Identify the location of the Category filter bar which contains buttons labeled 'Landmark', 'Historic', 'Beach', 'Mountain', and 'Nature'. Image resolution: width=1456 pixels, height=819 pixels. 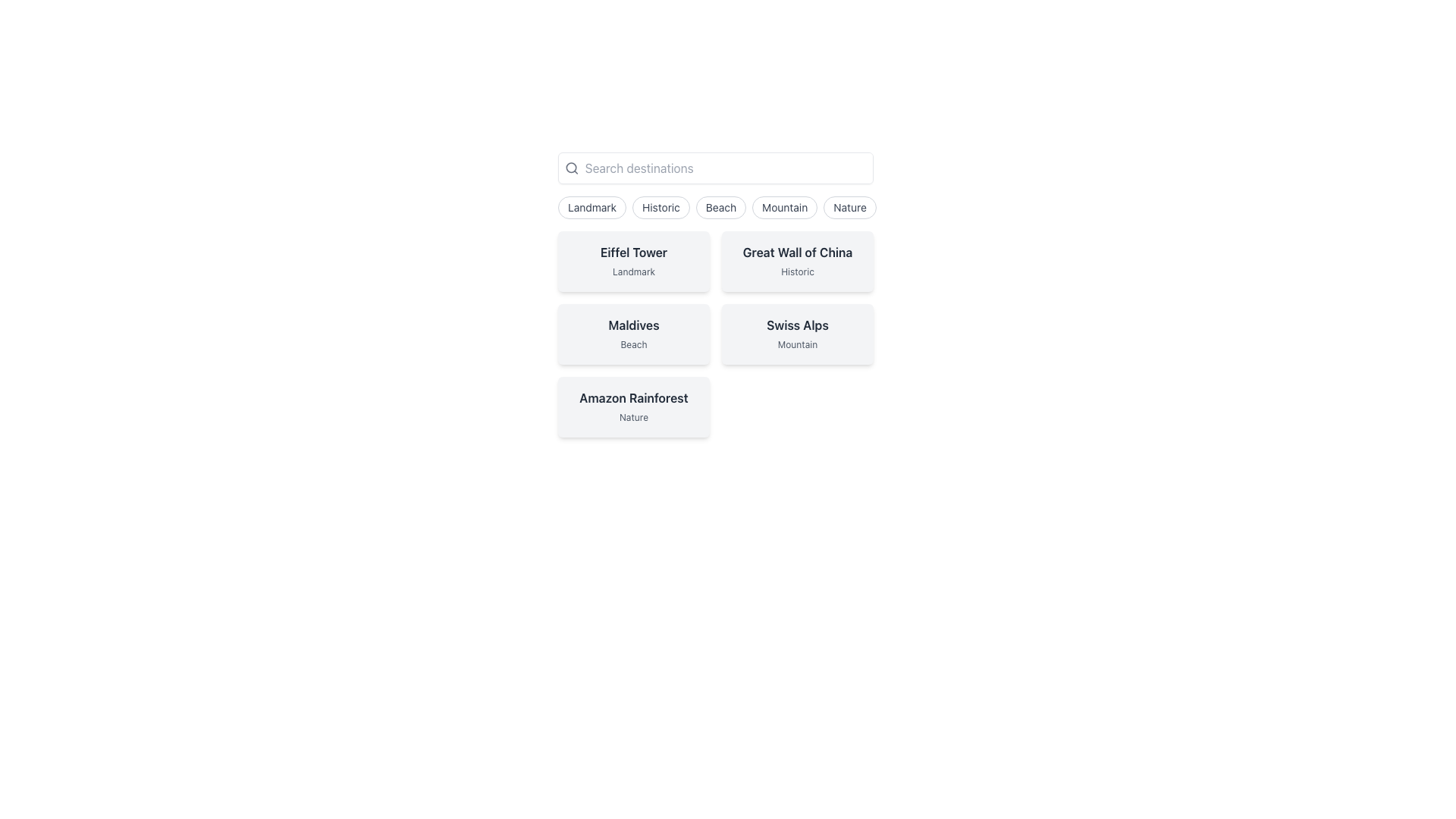
(715, 207).